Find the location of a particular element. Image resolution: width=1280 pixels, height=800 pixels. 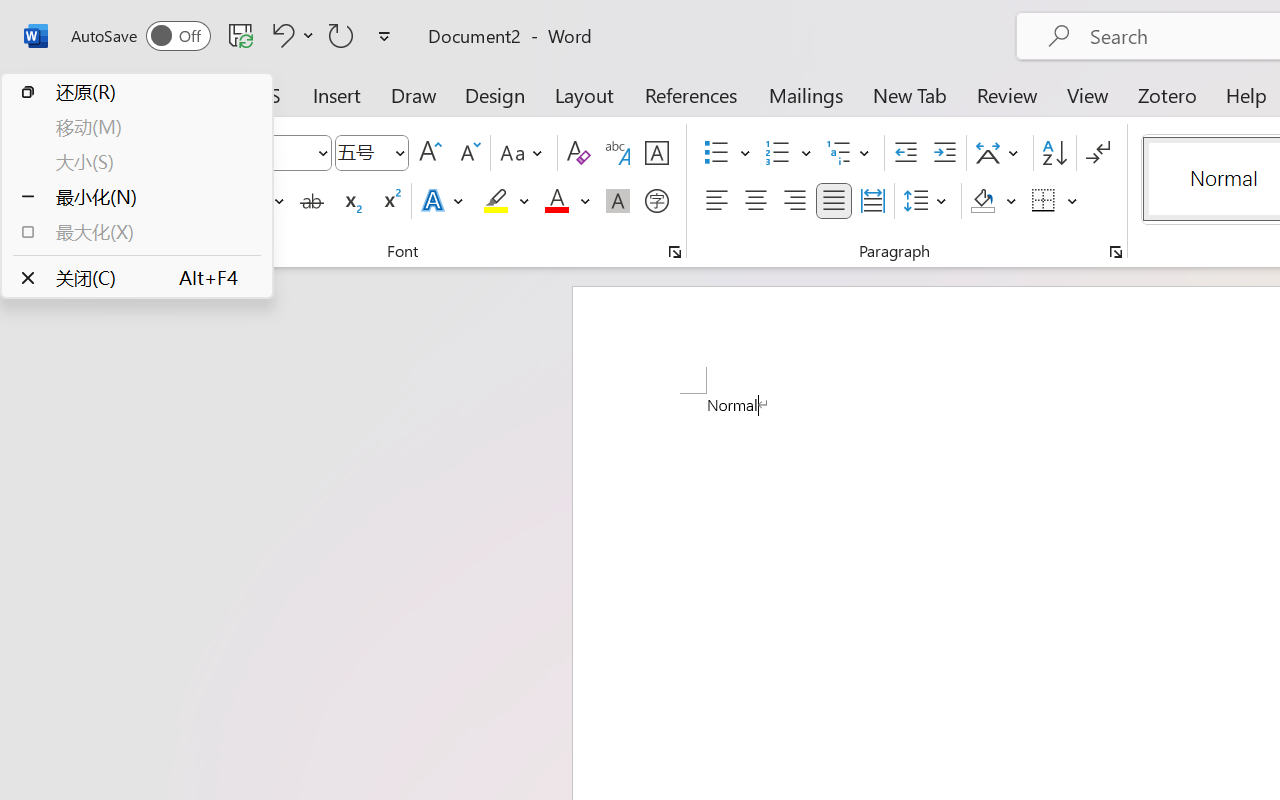

'Borders' is located at coordinates (1043, 201).